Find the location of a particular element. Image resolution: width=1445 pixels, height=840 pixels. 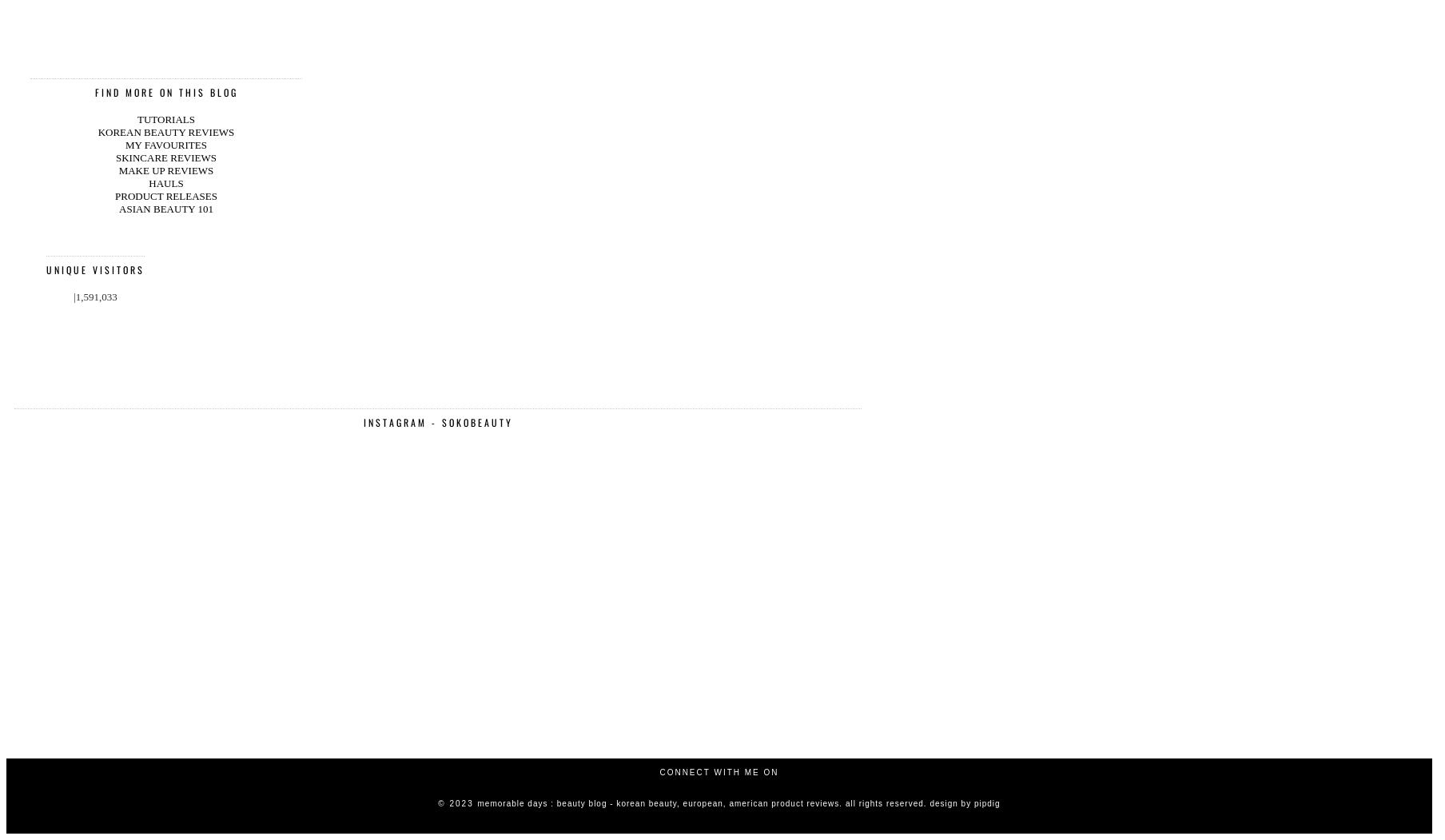

'Memorable Days : Beauty Blog - Korean Beauty, European, American Product Reviews. all rights reserved.' is located at coordinates (476, 613).